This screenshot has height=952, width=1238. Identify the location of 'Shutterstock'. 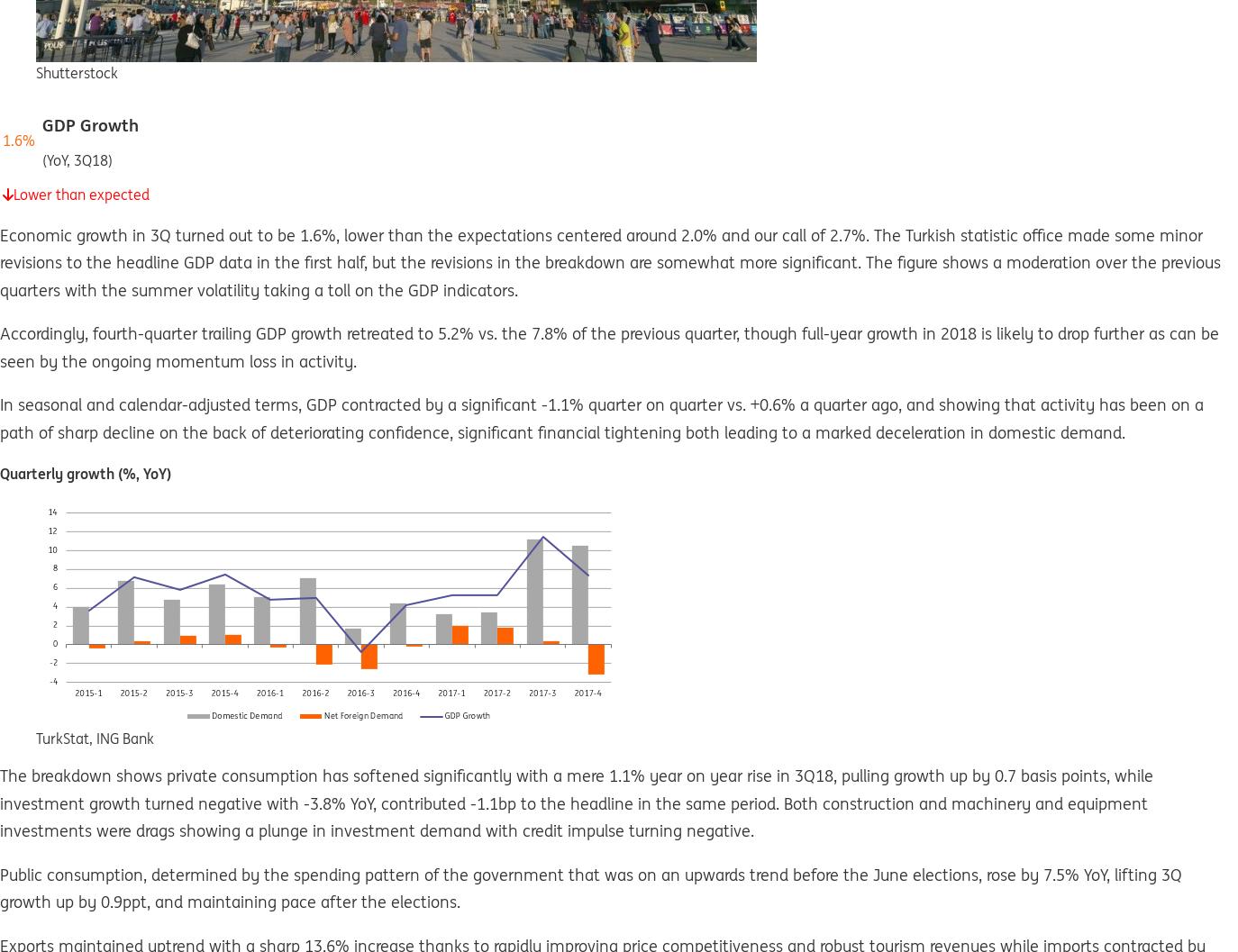
(76, 71).